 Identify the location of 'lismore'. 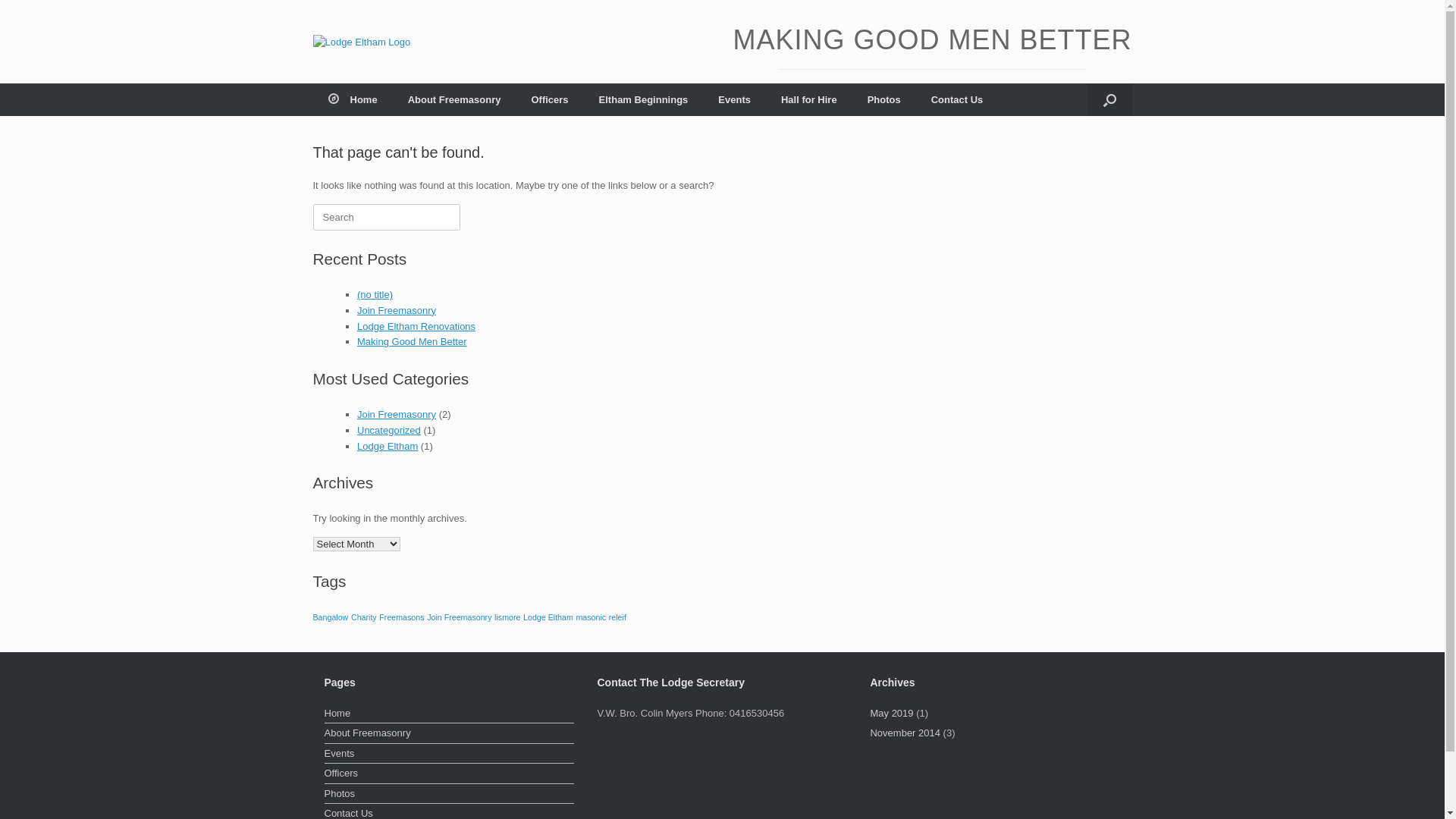
(507, 617).